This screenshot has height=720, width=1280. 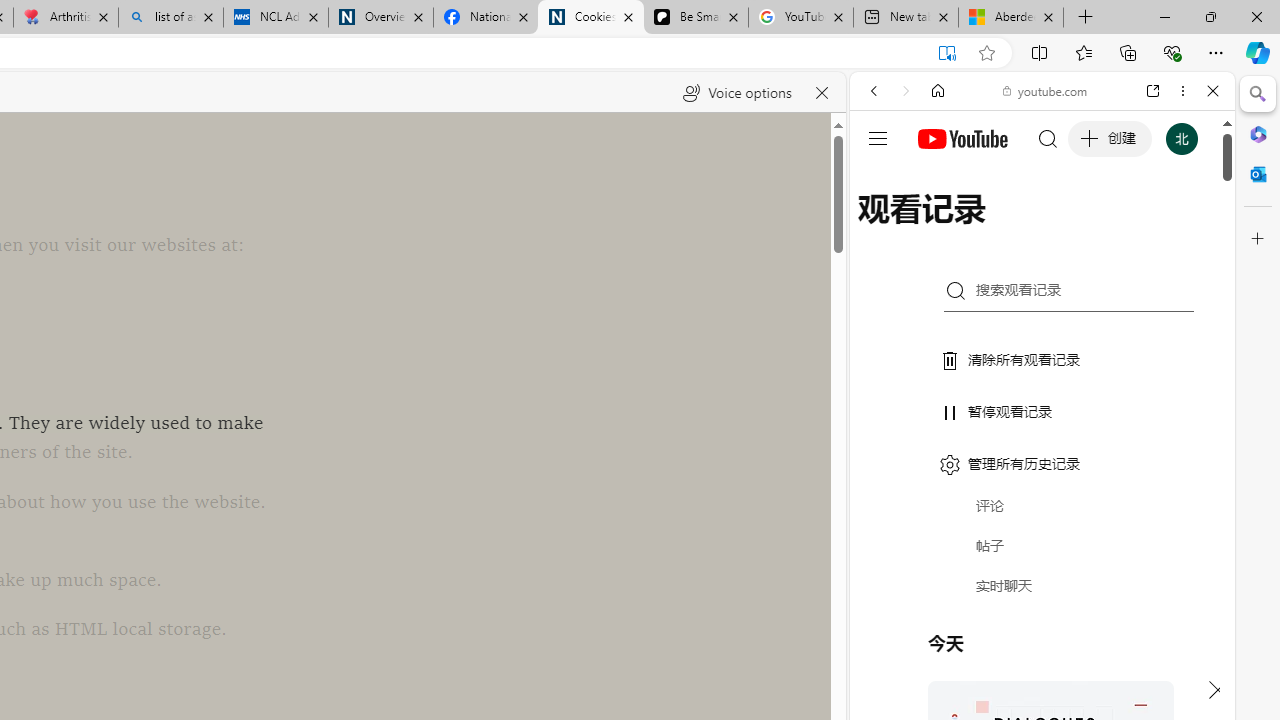 What do you see at coordinates (1006, 227) in the screenshot?
I see `'Search Filter, VIDEOS'` at bounding box center [1006, 227].